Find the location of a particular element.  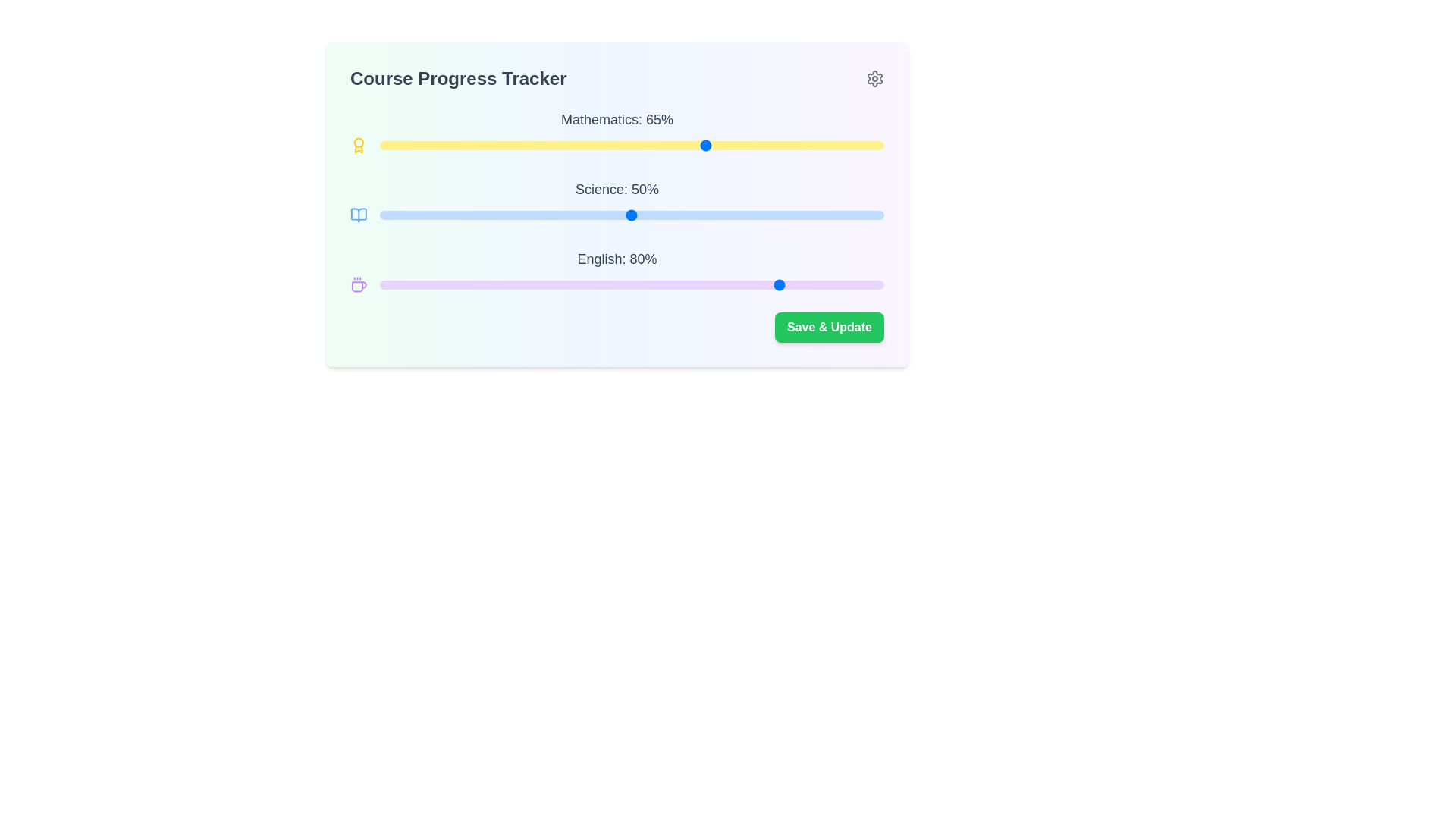

the Science progress slider is located at coordinates (424, 215).